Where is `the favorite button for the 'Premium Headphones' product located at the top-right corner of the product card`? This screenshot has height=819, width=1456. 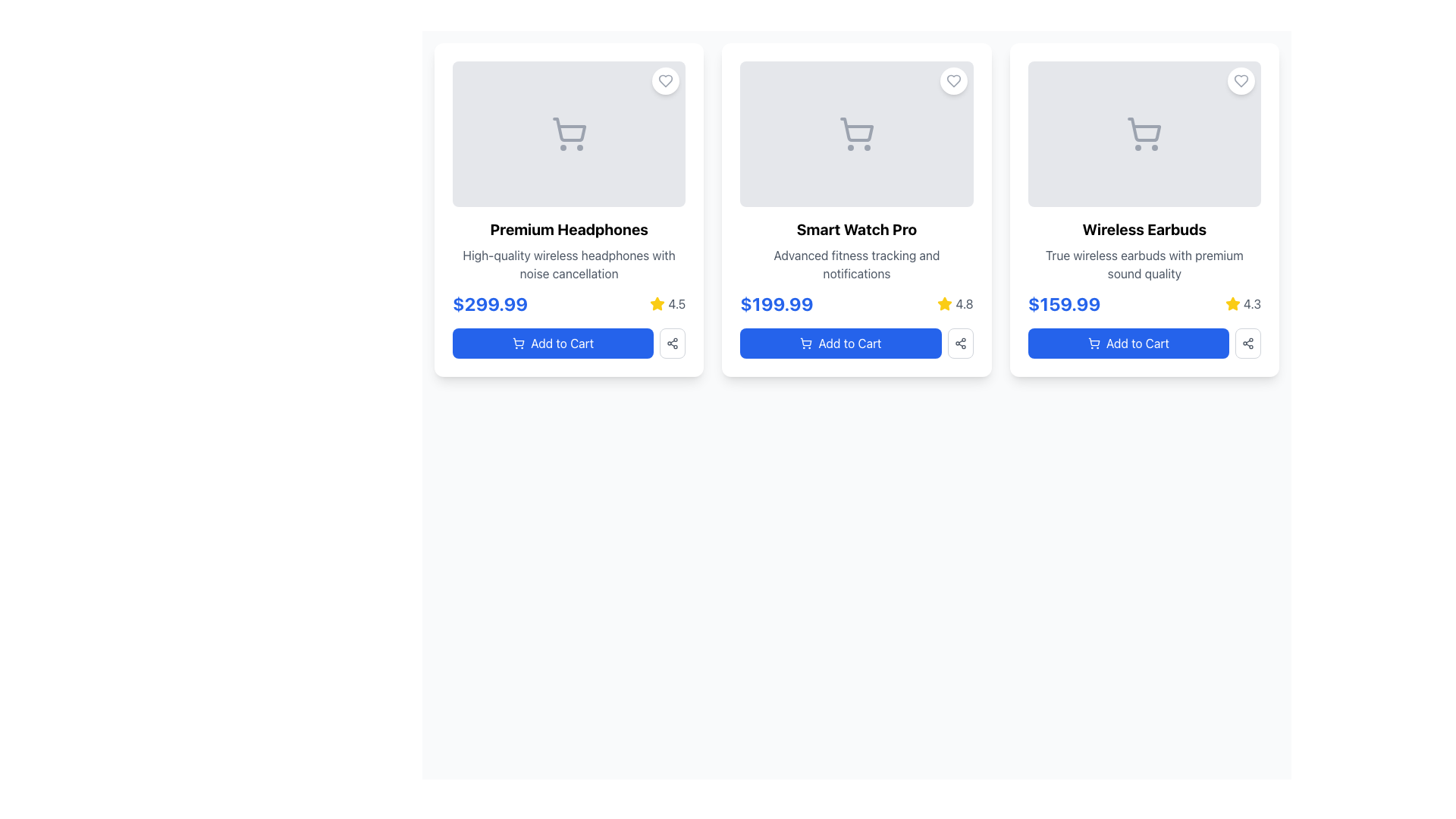
the favorite button for the 'Premium Headphones' product located at the top-right corner of the product card is located at coordinates (666, 81).